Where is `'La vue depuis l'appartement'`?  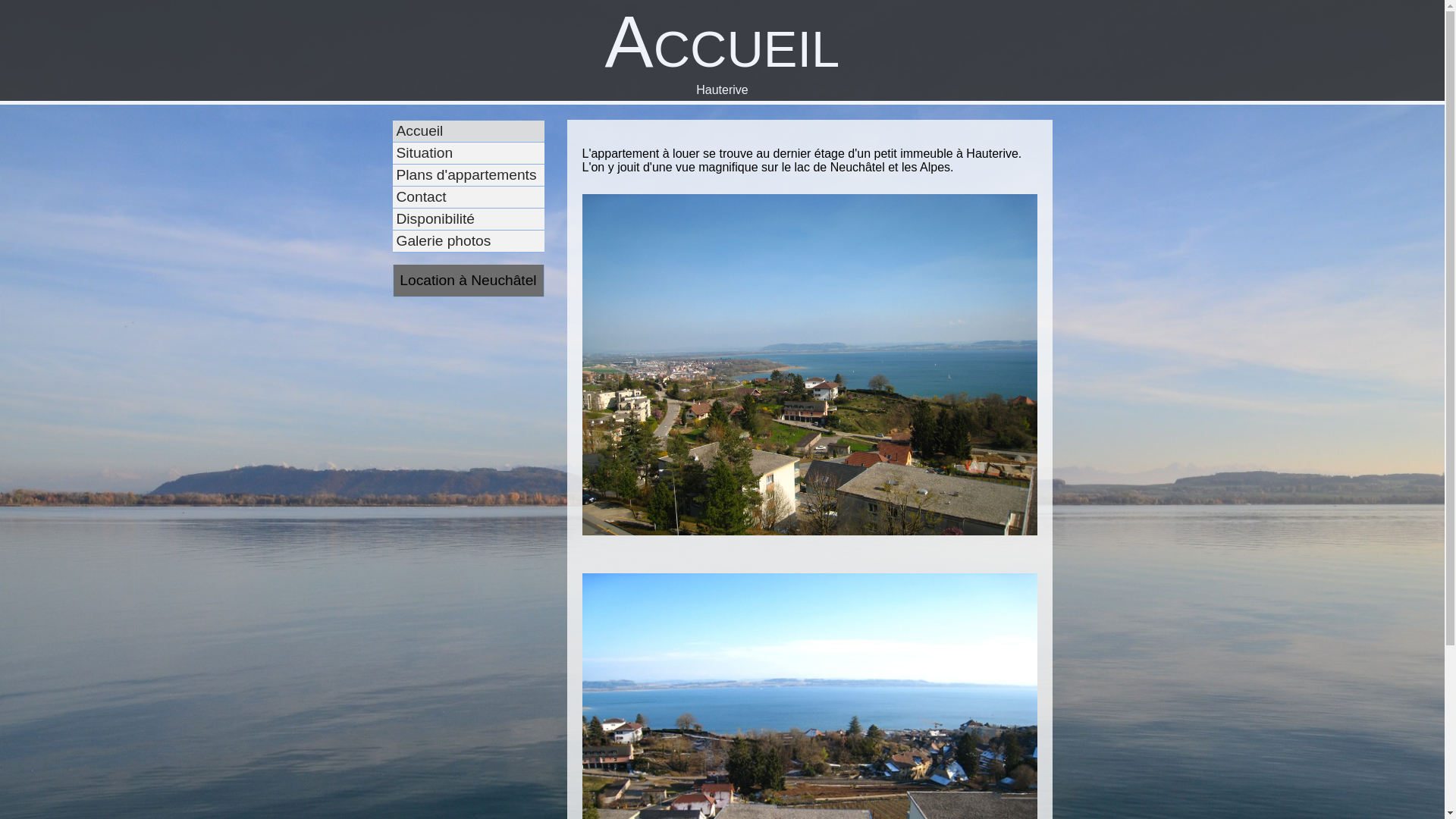 'La vue depuis l'appartement' is located at coordinates (809, 372).